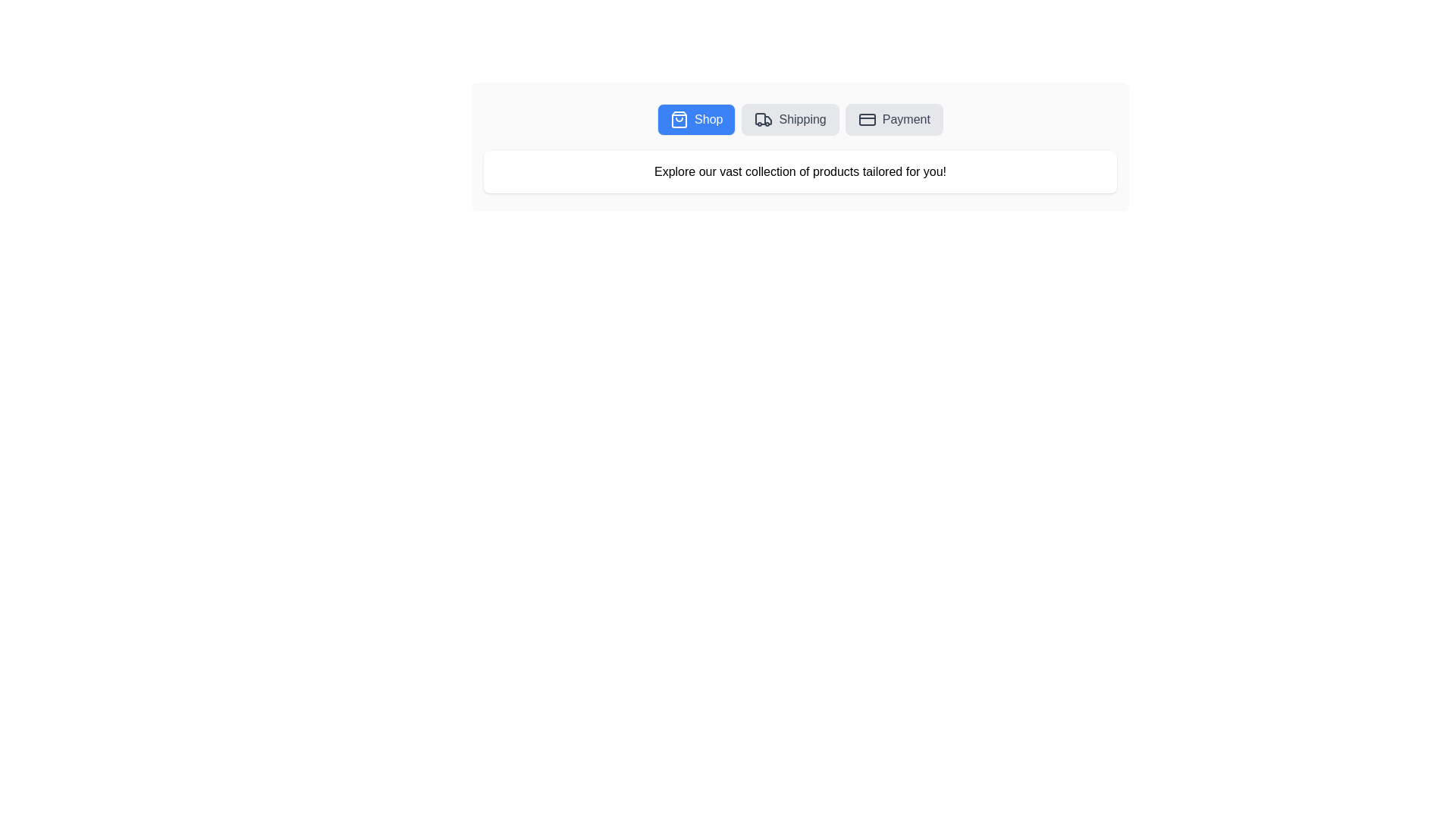 This screenshot has height=819, width=1456. What do you see at coordinates (799, 171) in the screenshot?
I see `the informational text block located below the 'Shop', 'Shipping', and 'Payment' buttons, which provides context or guidance about the page's content` at bounding box center [799, 171].